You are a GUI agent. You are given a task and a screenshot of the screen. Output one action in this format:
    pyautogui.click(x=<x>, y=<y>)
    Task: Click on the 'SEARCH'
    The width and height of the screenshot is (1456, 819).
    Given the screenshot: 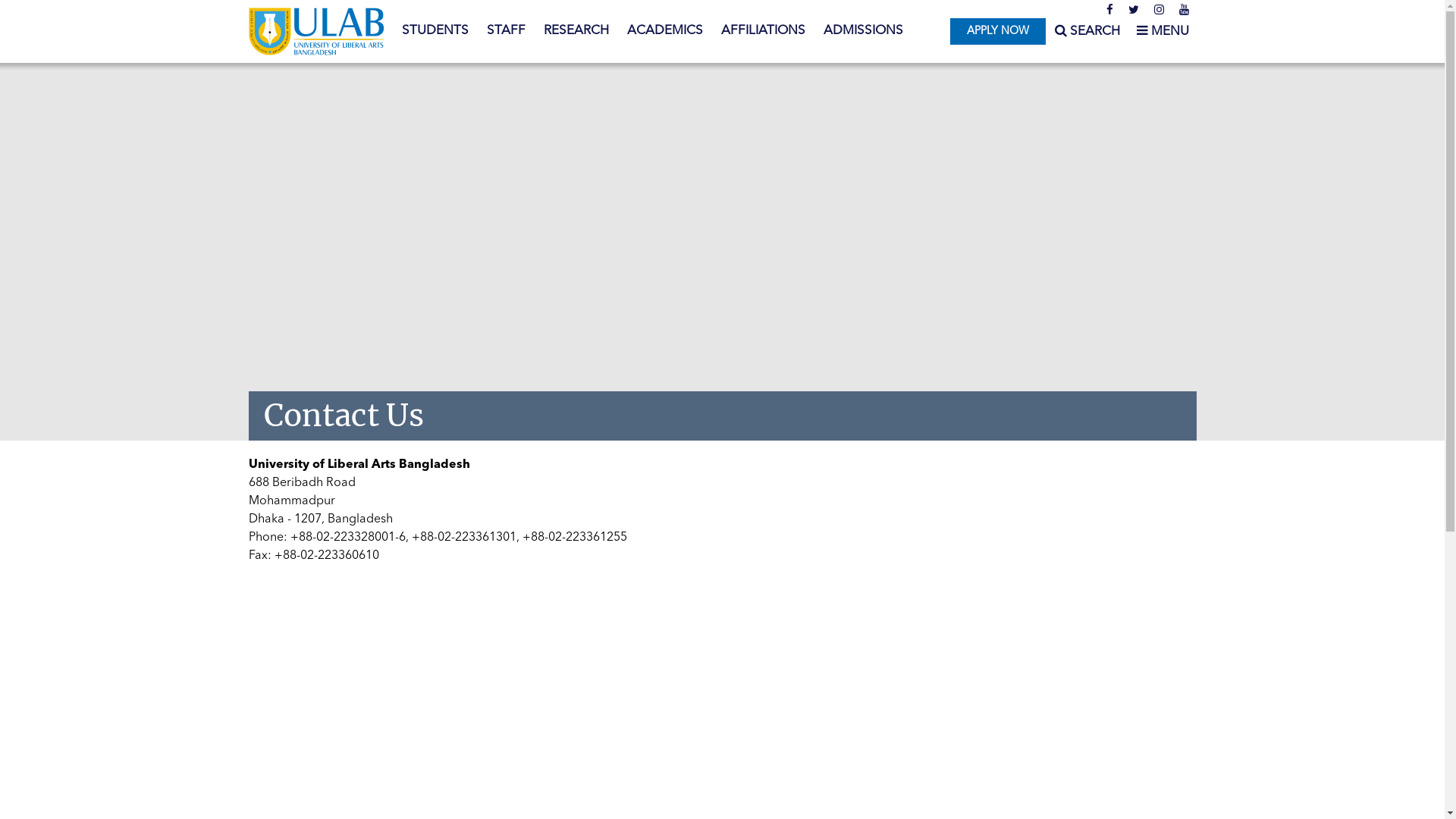 What is the action you would take?
    pyautogui.click(x=1086, y=31)
    